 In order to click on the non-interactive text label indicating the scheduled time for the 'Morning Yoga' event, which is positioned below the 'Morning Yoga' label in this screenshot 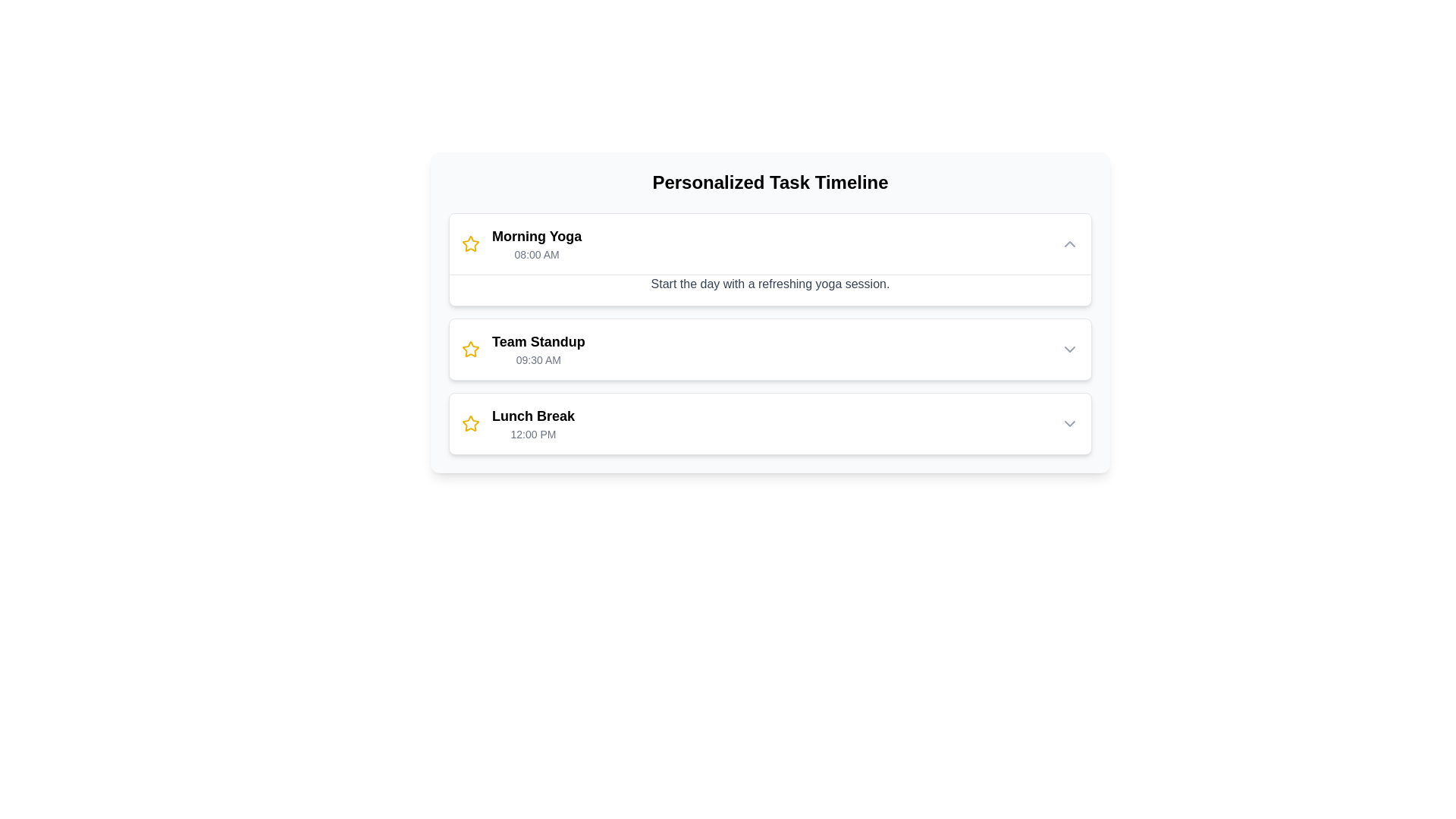, I will do `click(537, 253)`.